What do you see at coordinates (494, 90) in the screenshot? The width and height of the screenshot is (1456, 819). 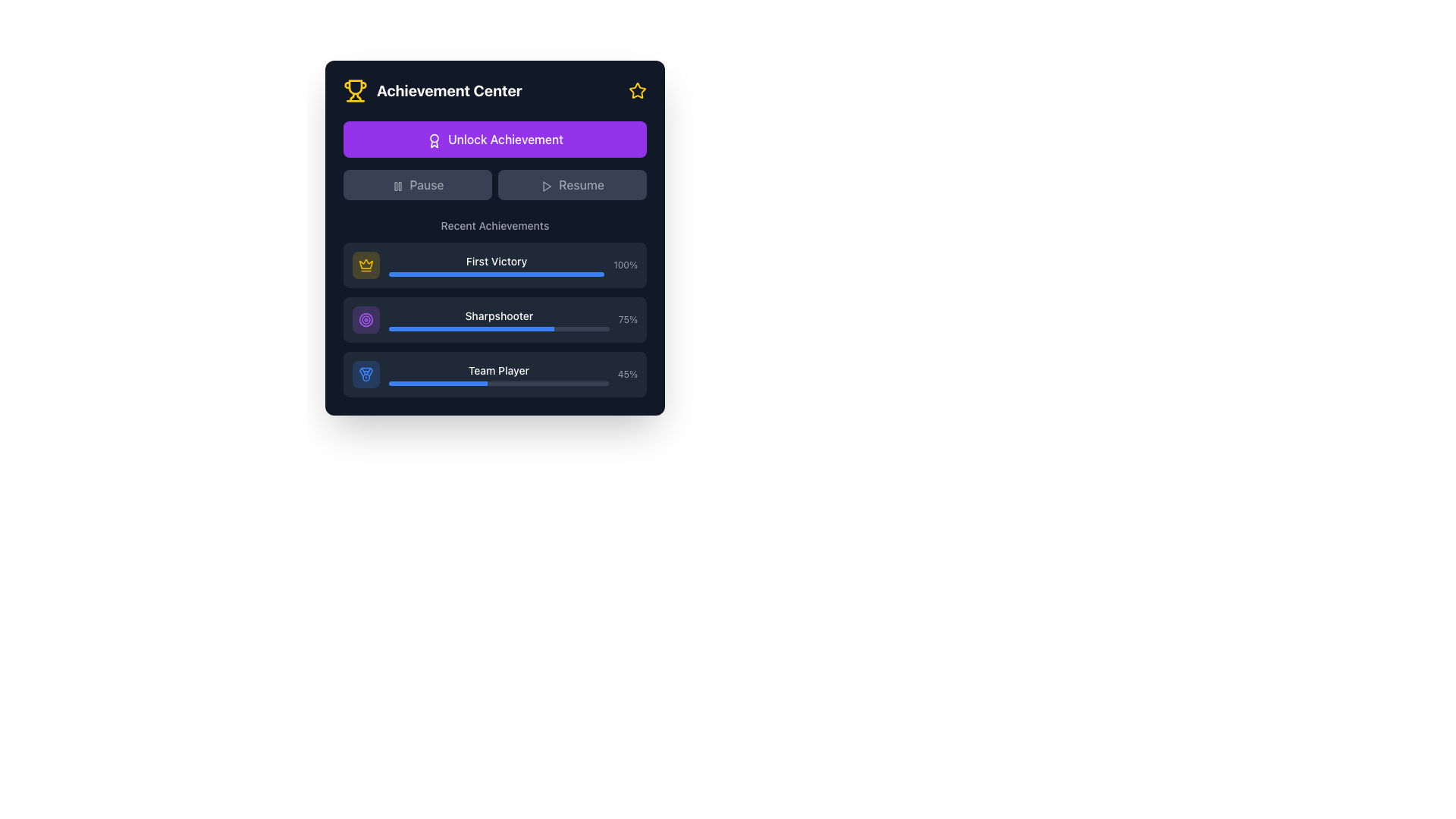 I see `the 'Achievement Center' header, which includes text and two icons (a trophy icon on the left and a star icon on the right)` at bounding box center [494, 90].